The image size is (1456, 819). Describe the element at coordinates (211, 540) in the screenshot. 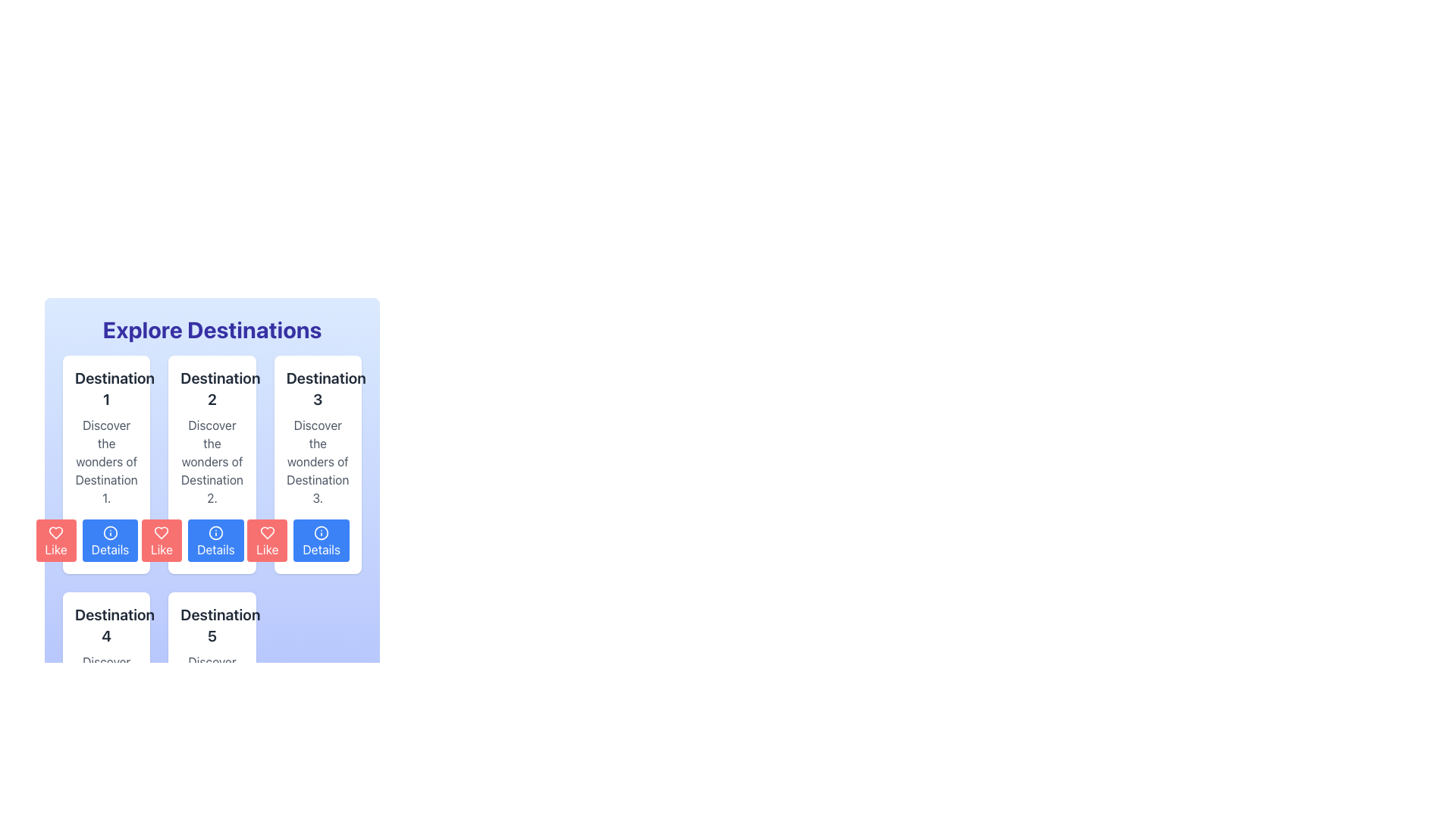

I see `the 'Details' button with a blue background and an information symbol, located at the bottom-right corner of the 'Destination 2' card` at that location.